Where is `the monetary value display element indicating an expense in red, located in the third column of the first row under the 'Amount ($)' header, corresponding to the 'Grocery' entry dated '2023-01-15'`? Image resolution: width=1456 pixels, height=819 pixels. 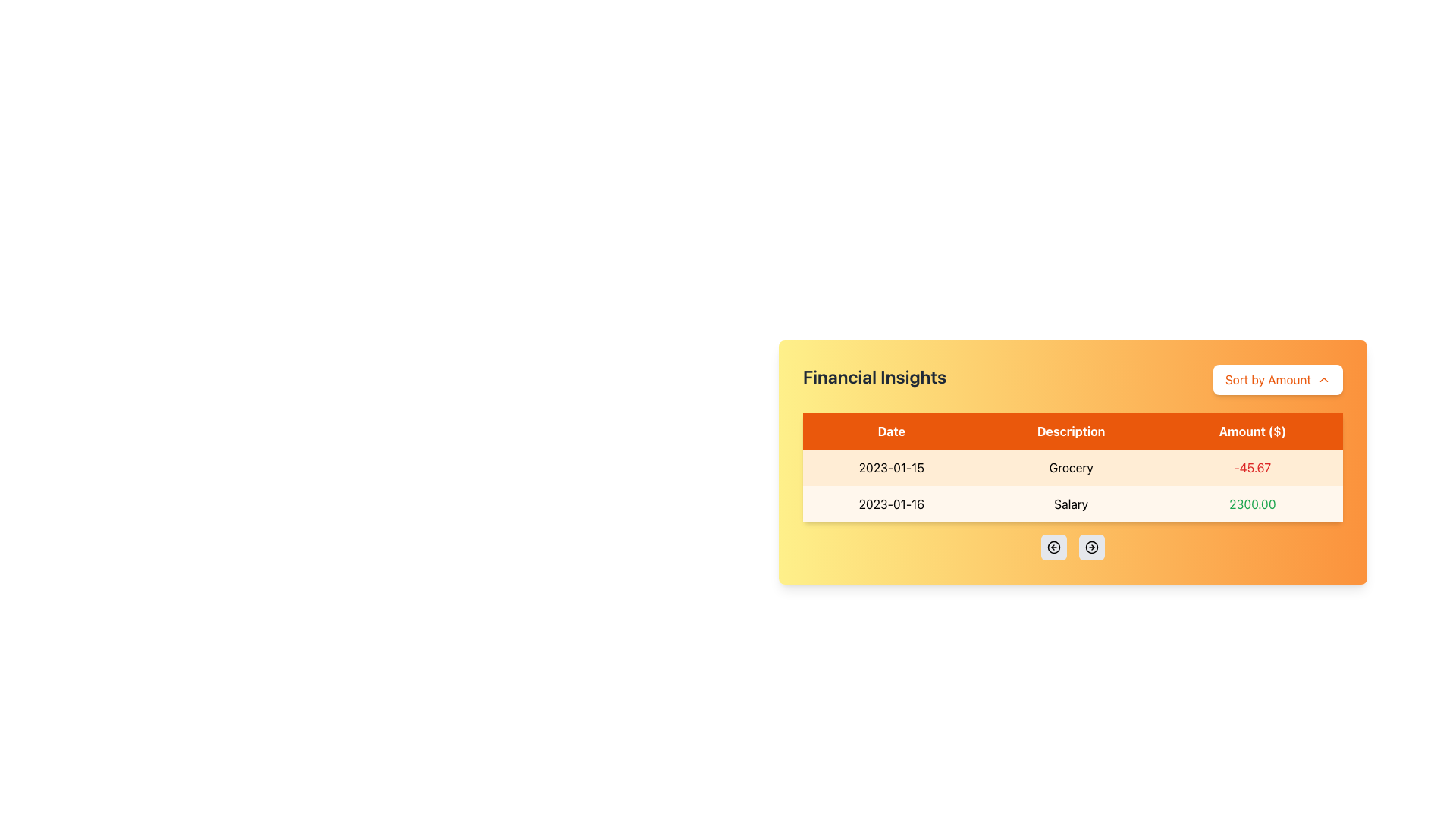
the monetary value display element indicating an expense in red, located in the third column of the first row under the 'Amount ($)' header, corresponding to the 'Grocery' entry dated '2023-01-15' is located at coordinates (1252, 467).